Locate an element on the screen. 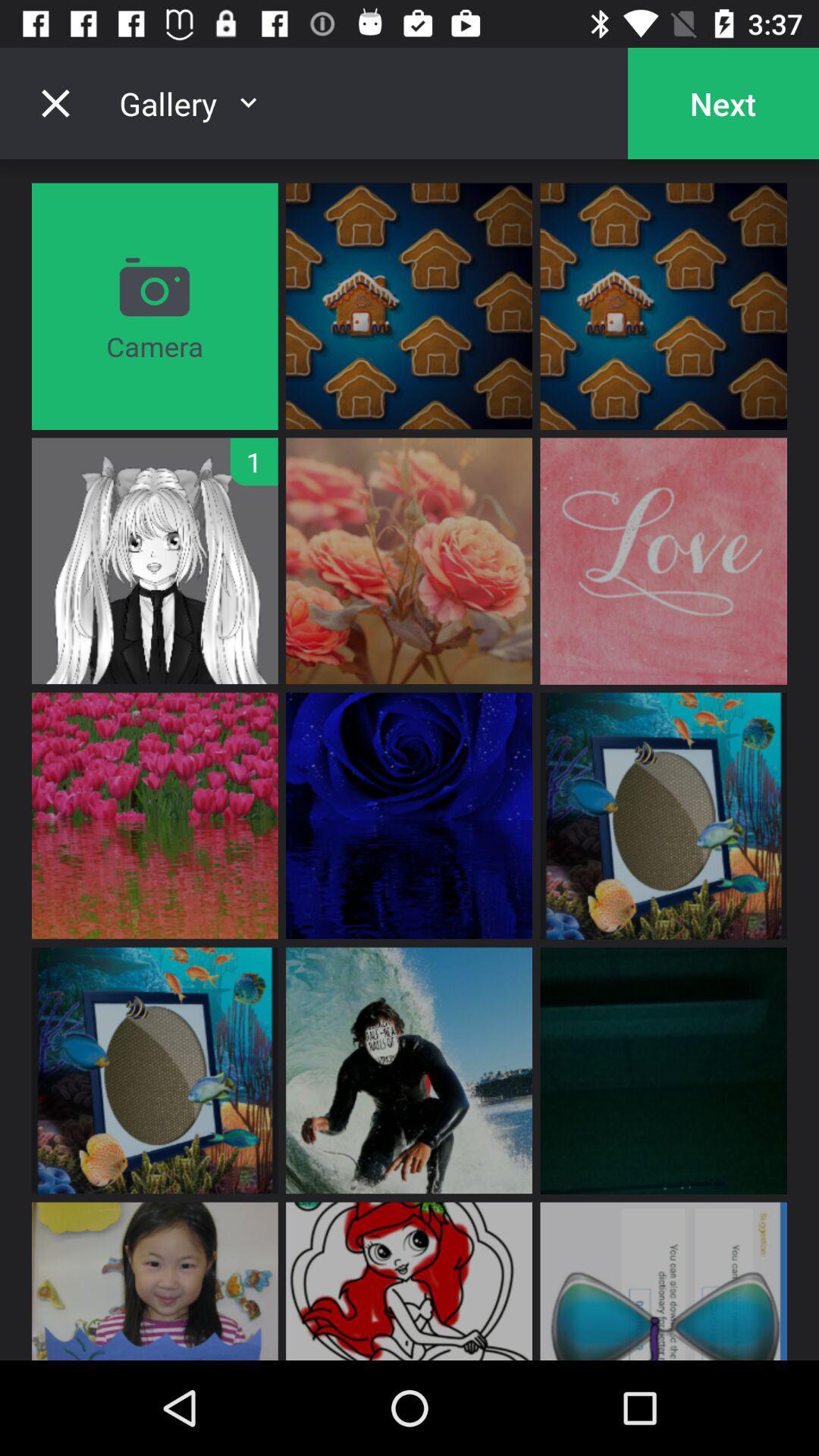 Image resolution: width=819 pixels, height=1456 pixels. gallery is located at coordinates (55, 102).